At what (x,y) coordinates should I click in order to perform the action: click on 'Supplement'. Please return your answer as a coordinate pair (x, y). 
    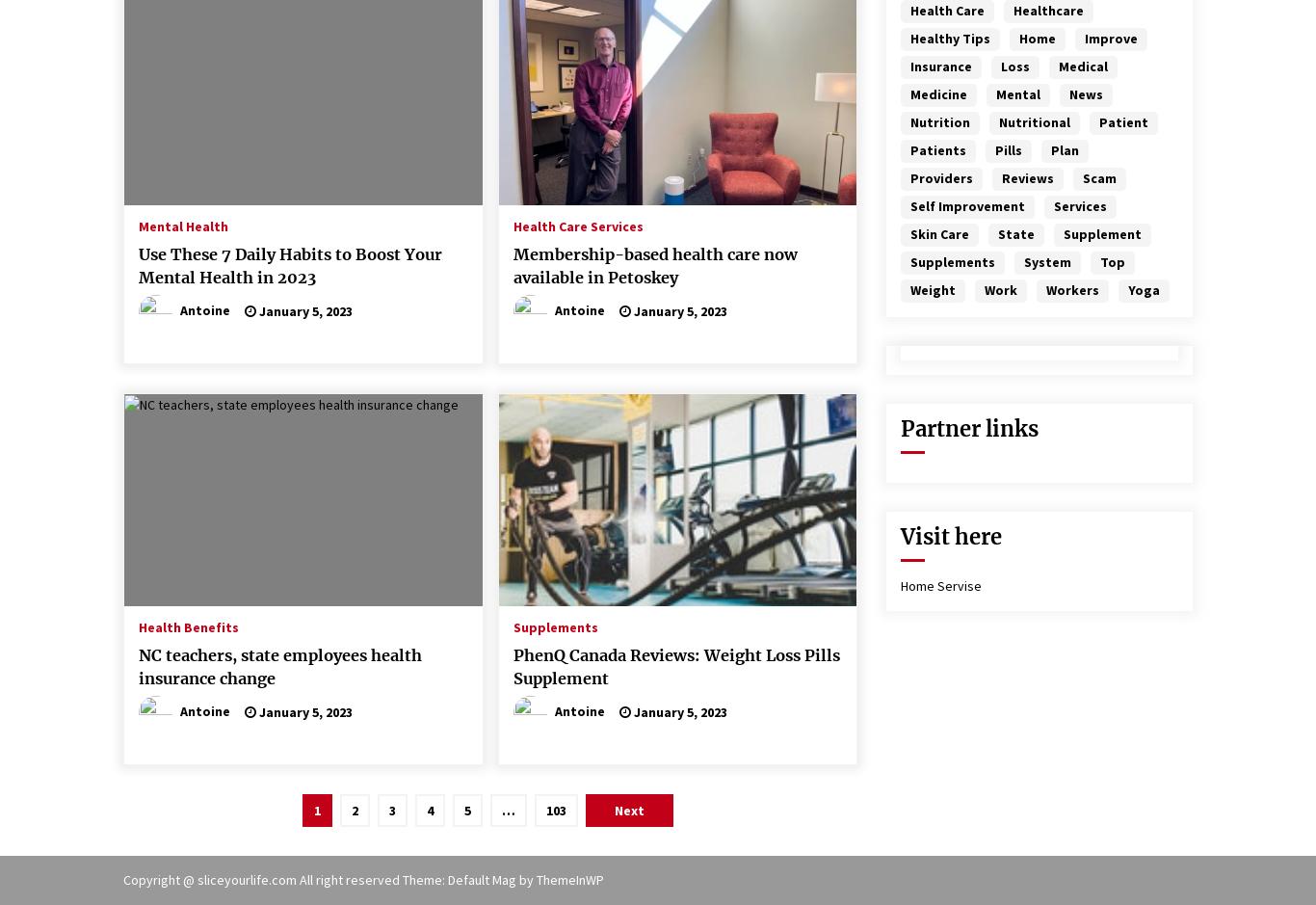
    Looking at the image, I should click on (1102, 234).